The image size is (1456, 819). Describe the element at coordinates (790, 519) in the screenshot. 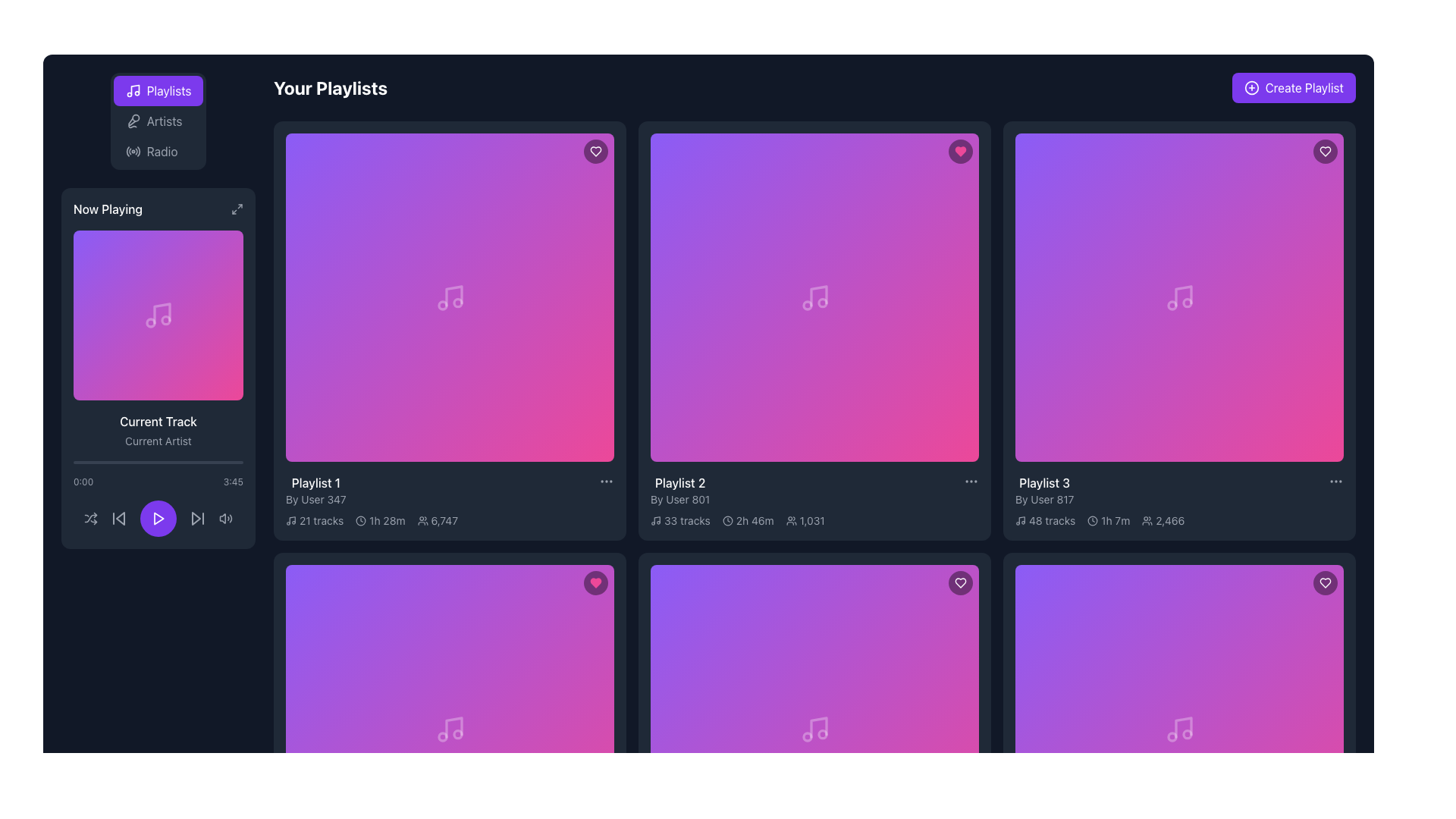

I see `the icon representing two stylized outlines of people located to the left of the number '1,031' in the statistics section under the 'Playlist 2' card` at that location.